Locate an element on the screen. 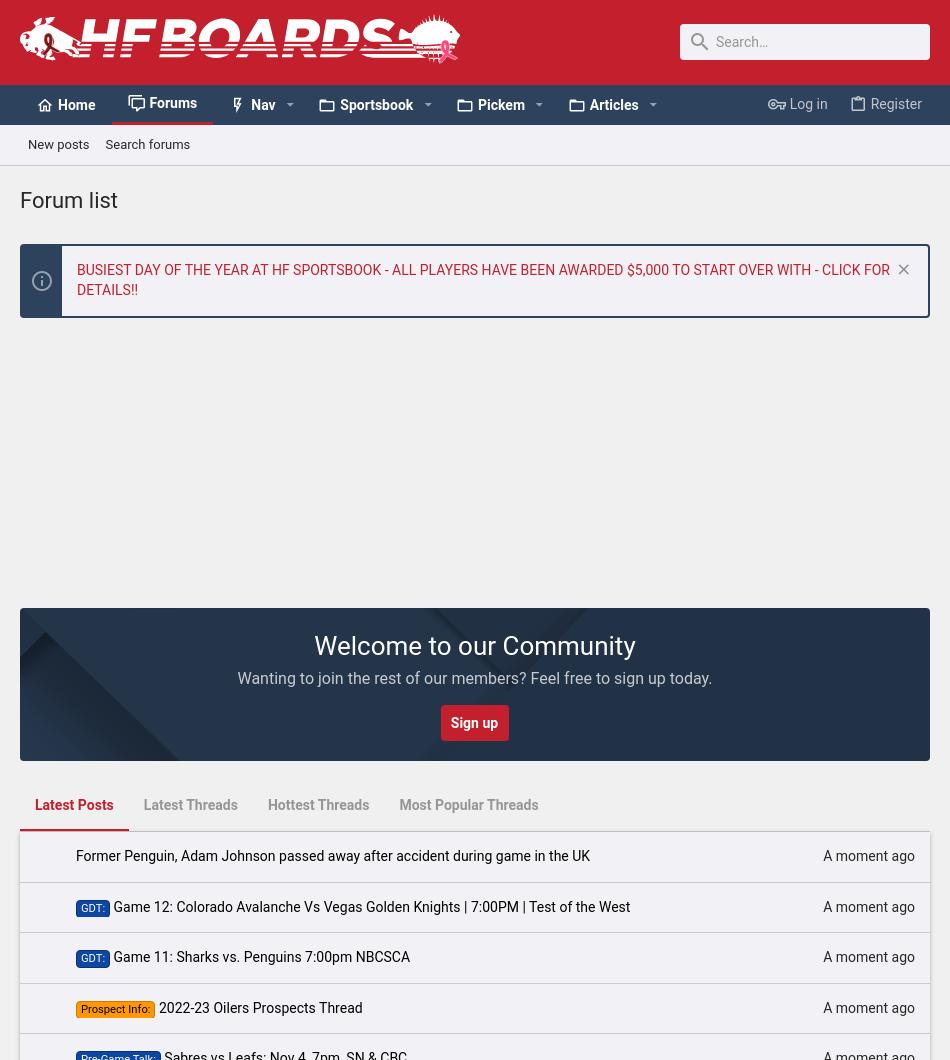 The image size is (950, 1060). 'Prospect Info:' is located at coordinates (115, 1007).